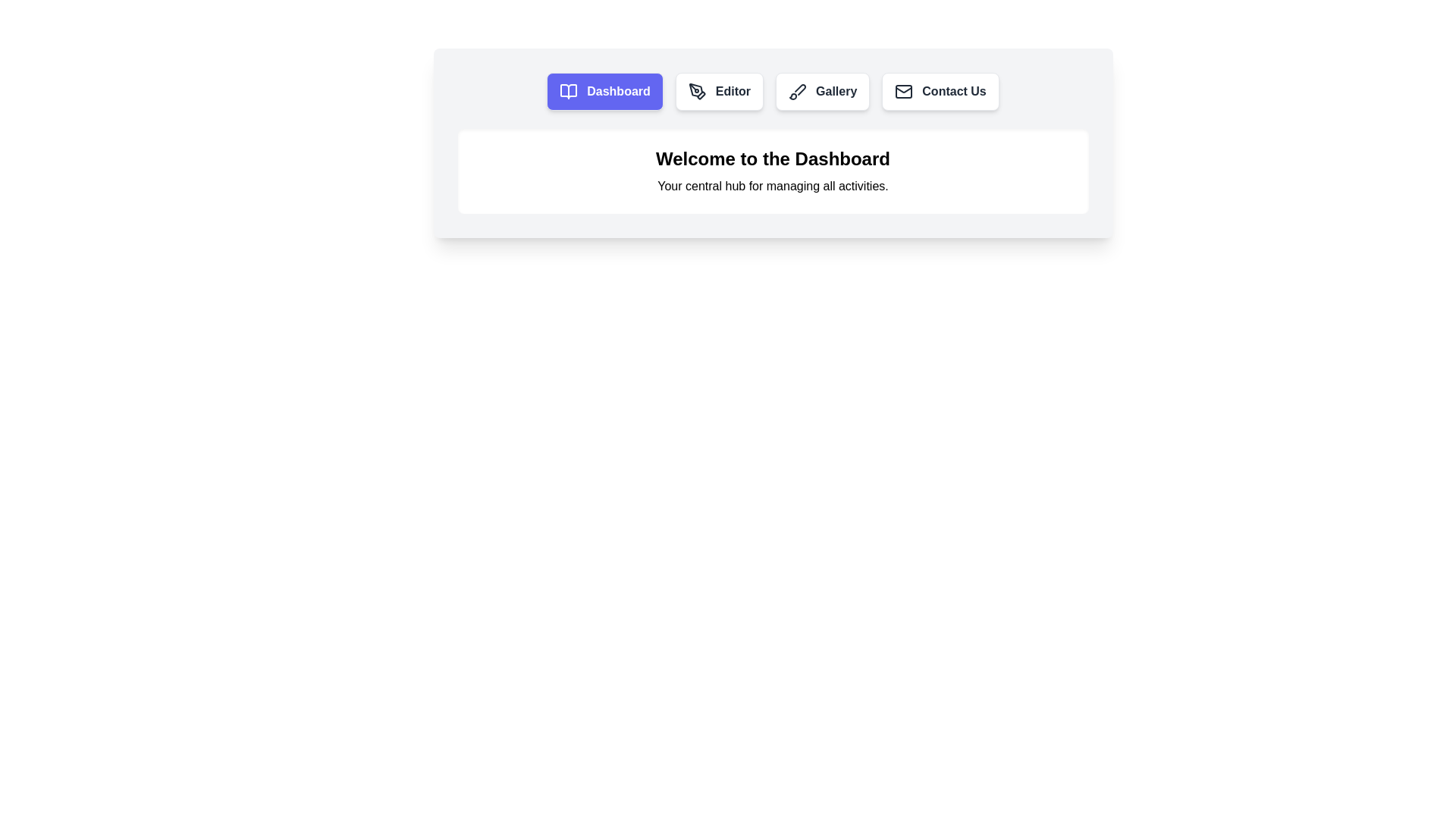  Describe the element at coordinates (836, 91) in the screenshot. I see `text label 'Gallery' located in the navigation bar, which is the third button from the left, between 'Editor' and 'Contact Us'` at that location.